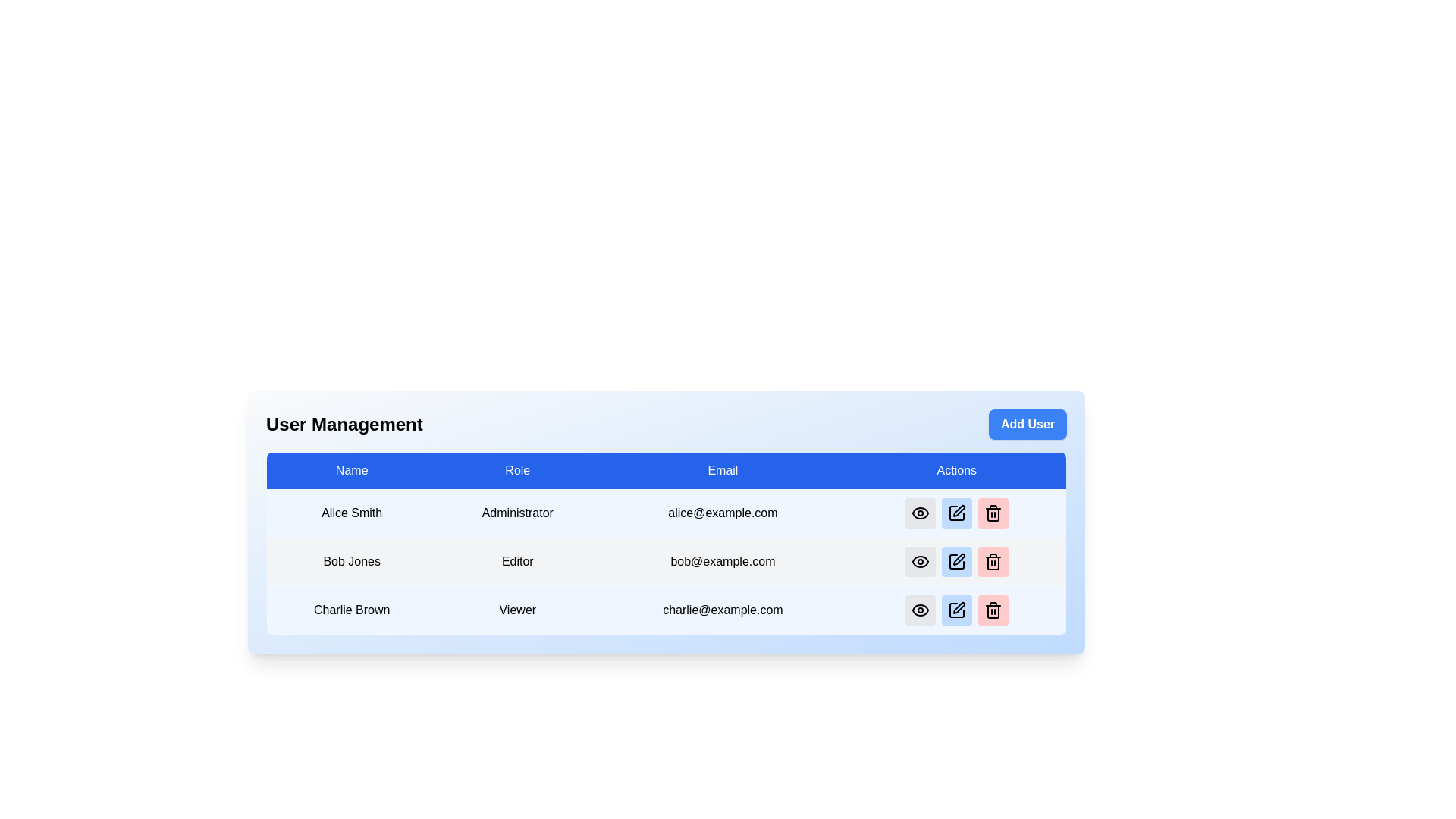  What do you see at coordinates (350, 561) in the screenshot?
I see `the static text element displaying the name 'Bob Jones' in the second row of the user management table, located in the 'Name' column` at bounding box center [350, 561].